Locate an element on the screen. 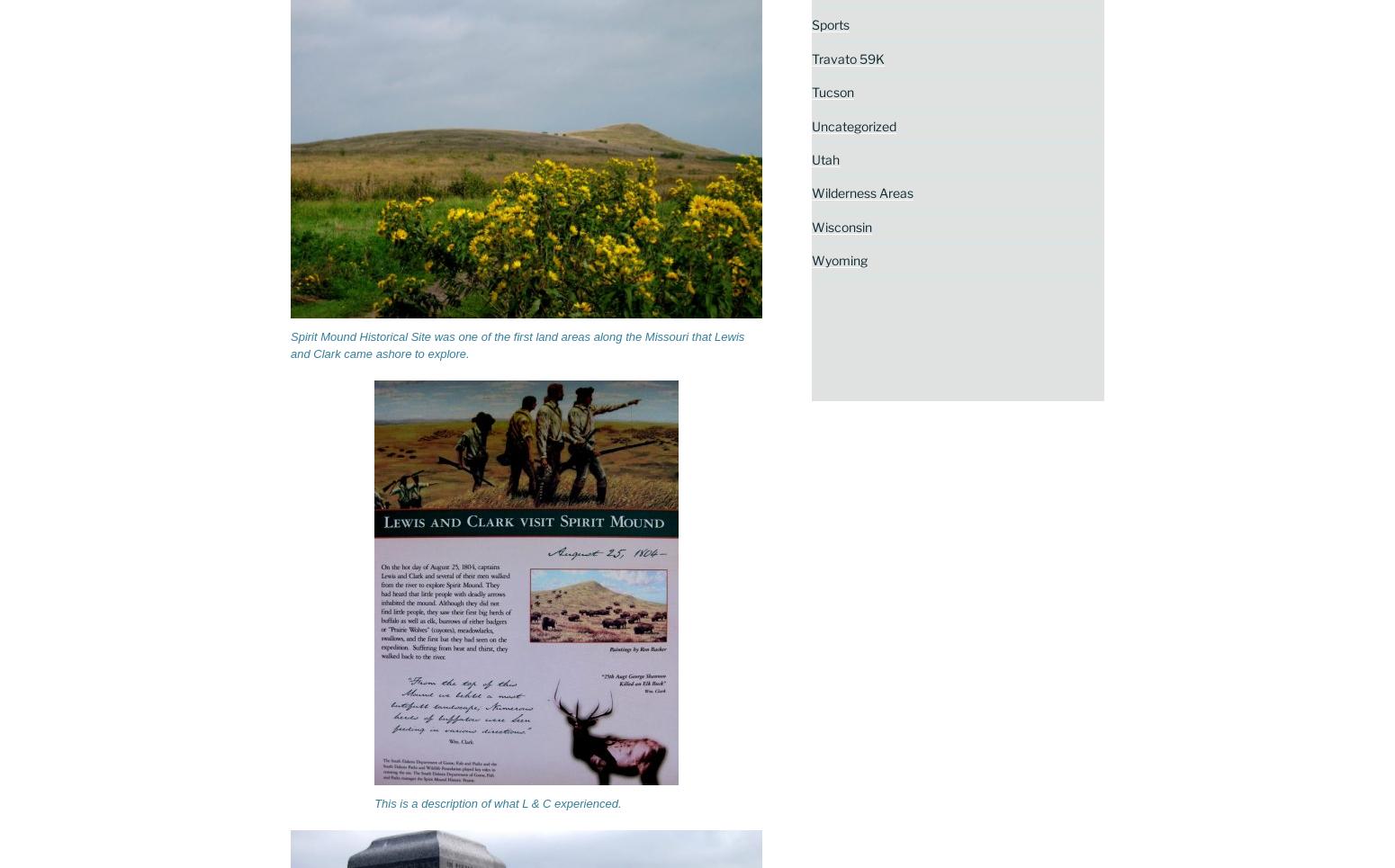 The width and height of the screenshot is (1395, 868). 'Sports' is located at coordinates (829, 23).